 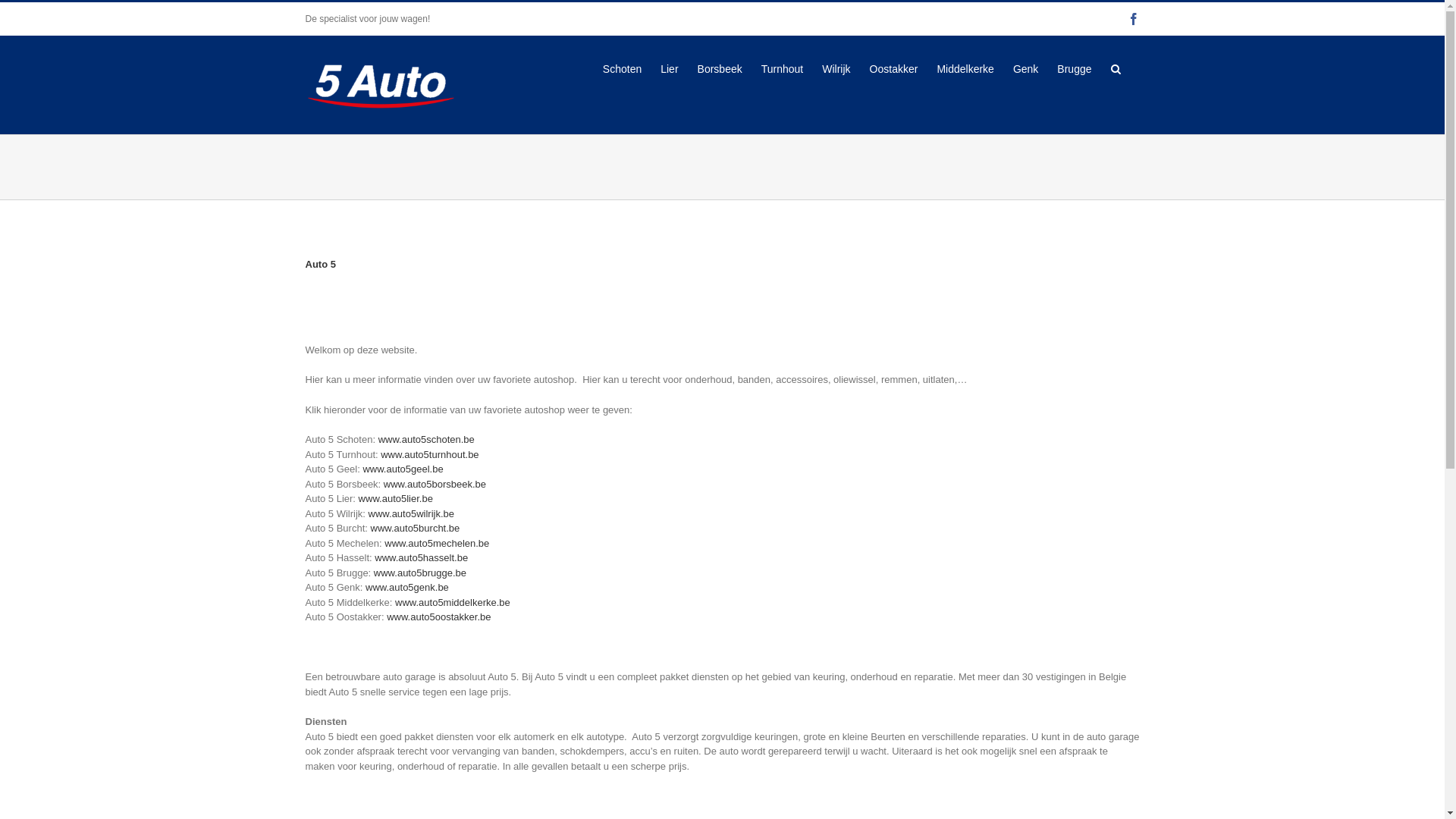 What do you see at coordinates (434, 483) in the screenshot?
I see `'www.auto5borsbeek.be'` at bounding box center [434, 483].